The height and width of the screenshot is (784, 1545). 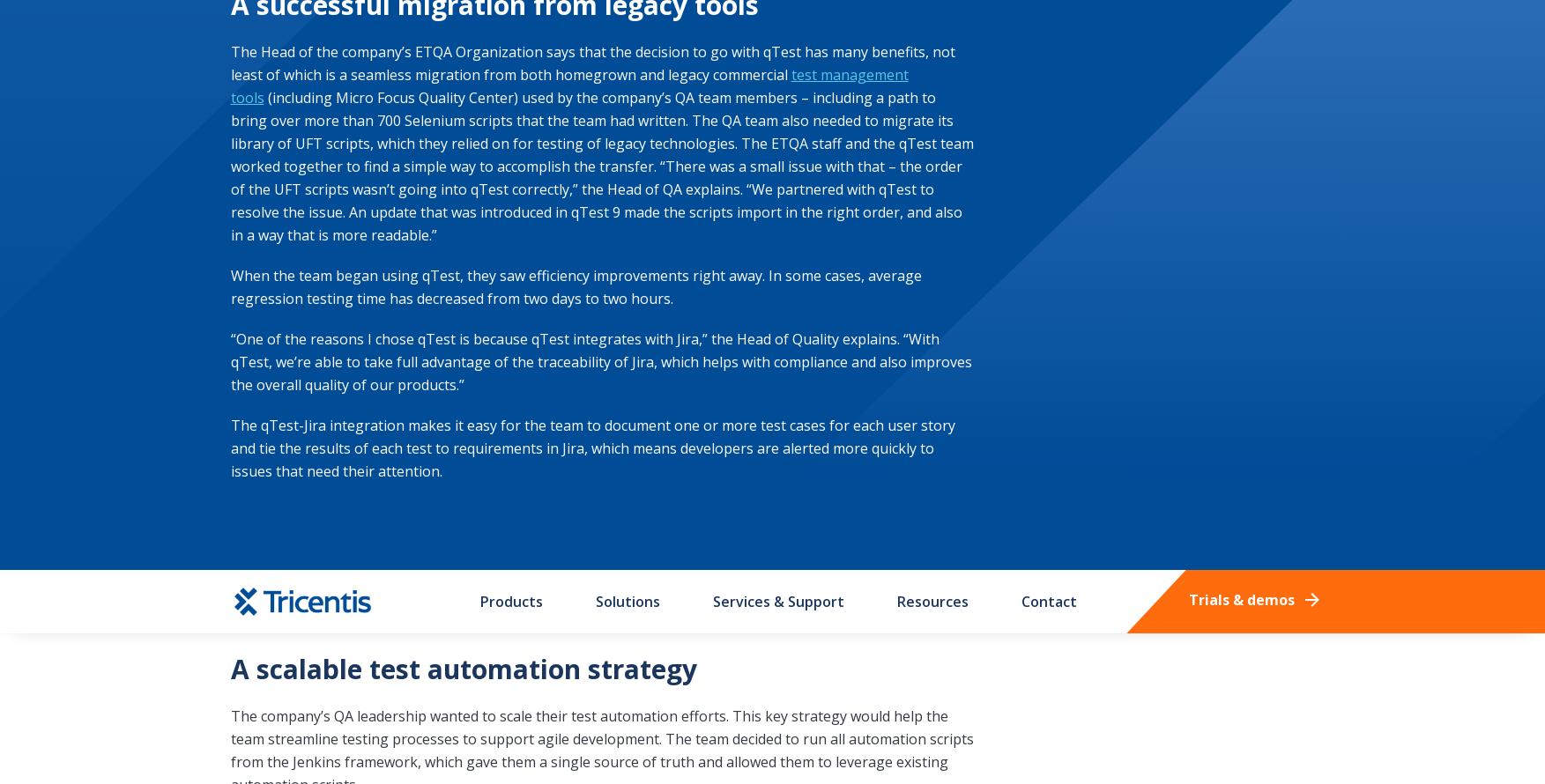 I want to click on 'Sitemap', so click(x=1266, y=187).